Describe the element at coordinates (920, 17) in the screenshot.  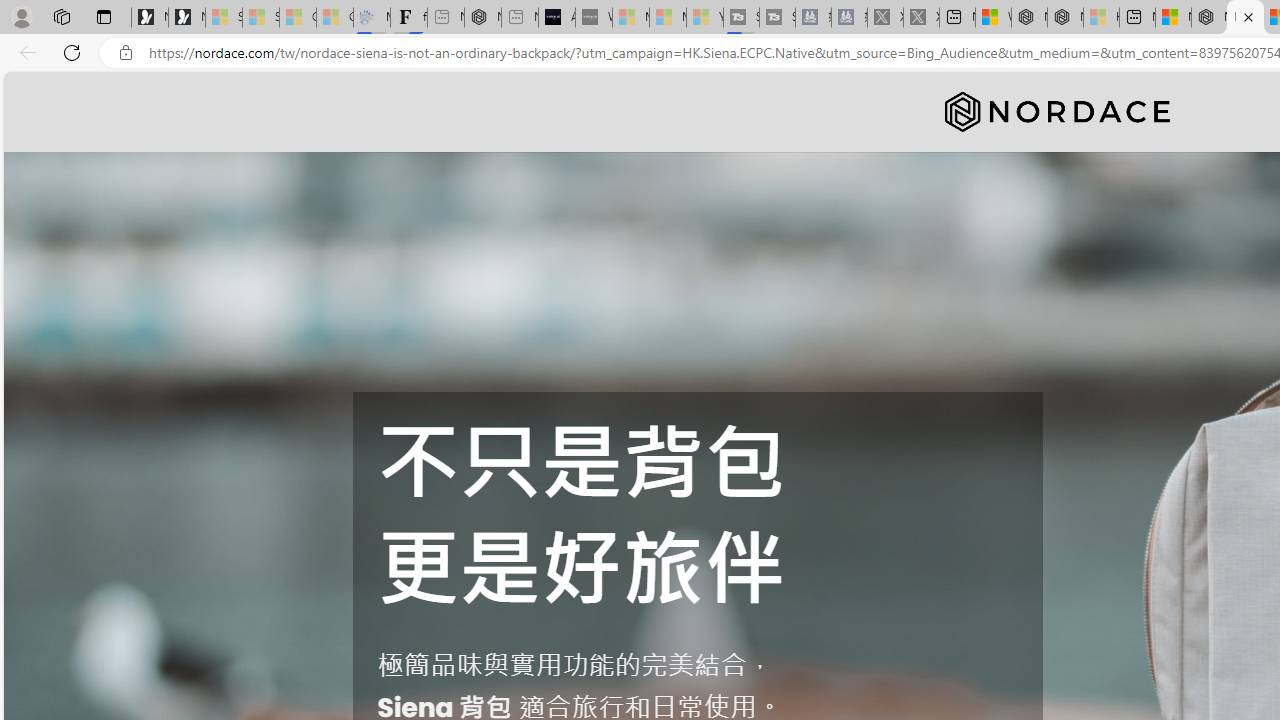
I see `'X - Sleeping'` at that location.